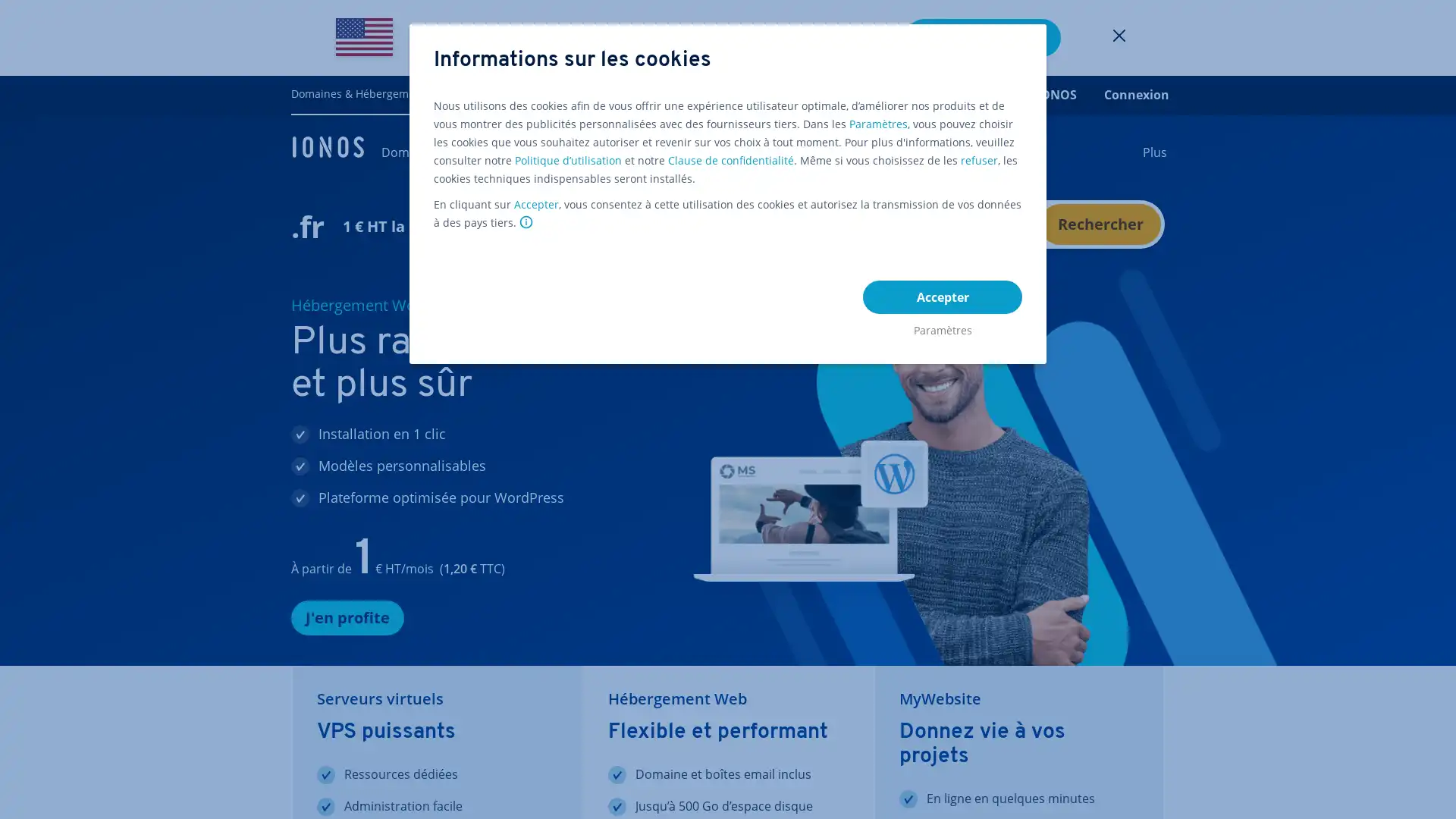  I want to click on Hebergement Nouveau, so click(688, 152).